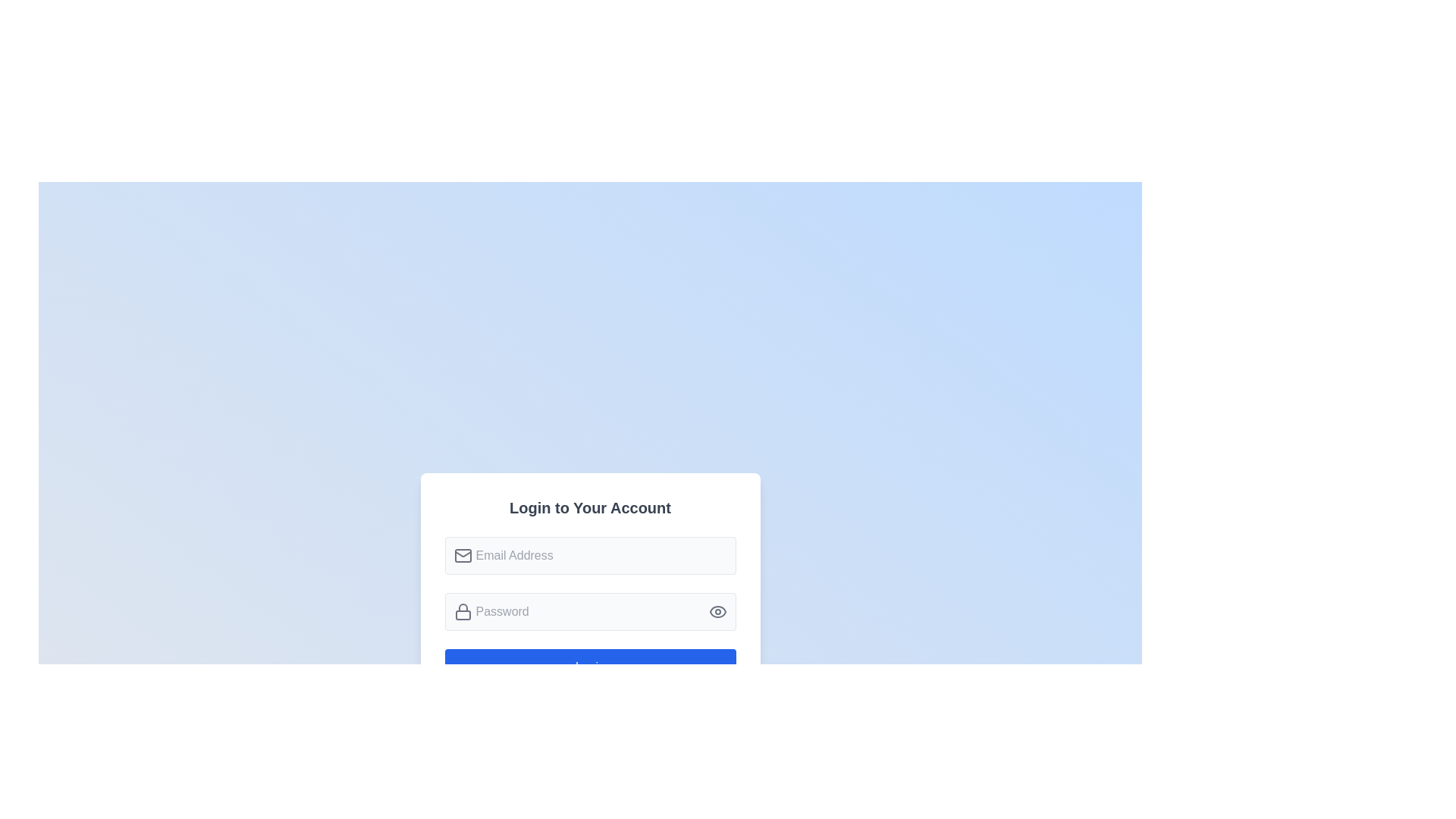  What do you see at coordinates (462, 555) in the screenshot?
I see `the envelope icon, which is a rectangular SVG graphic with rounded corners located in the top-left corner of the 'Email Address' input field in a login form, to potentially trigger a tooltip` at bounding box center [462, 555].